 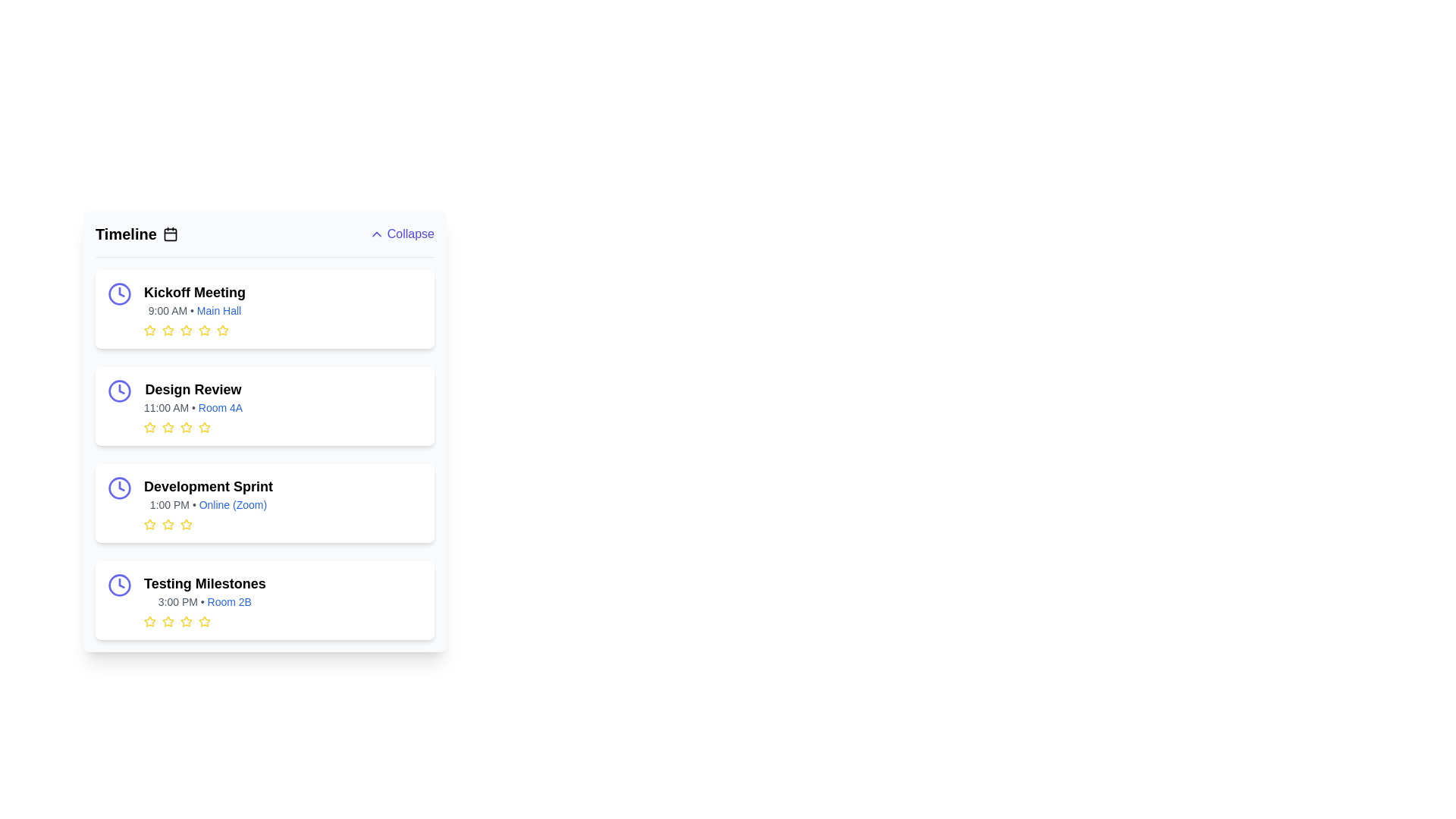 I want to click on the blue outlined circular SVG element located inside the clock icon, adjacent to the 'Testing Milestones' card, which is part of the fourth item in the vertical list of timeline entries, so click(x=119, y=584).